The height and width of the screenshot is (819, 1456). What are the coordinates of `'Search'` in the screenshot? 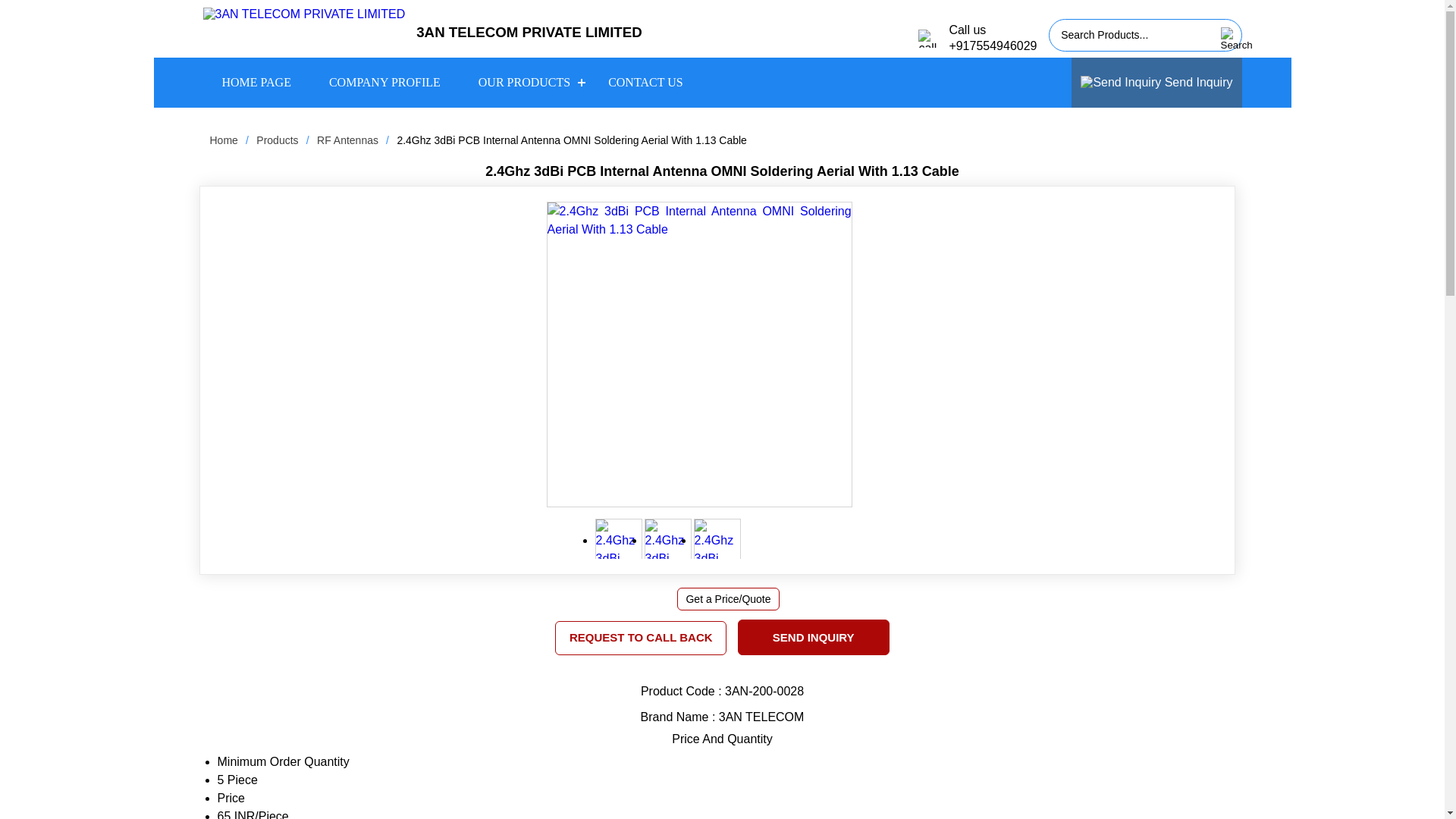 It's located at (1226, 38).